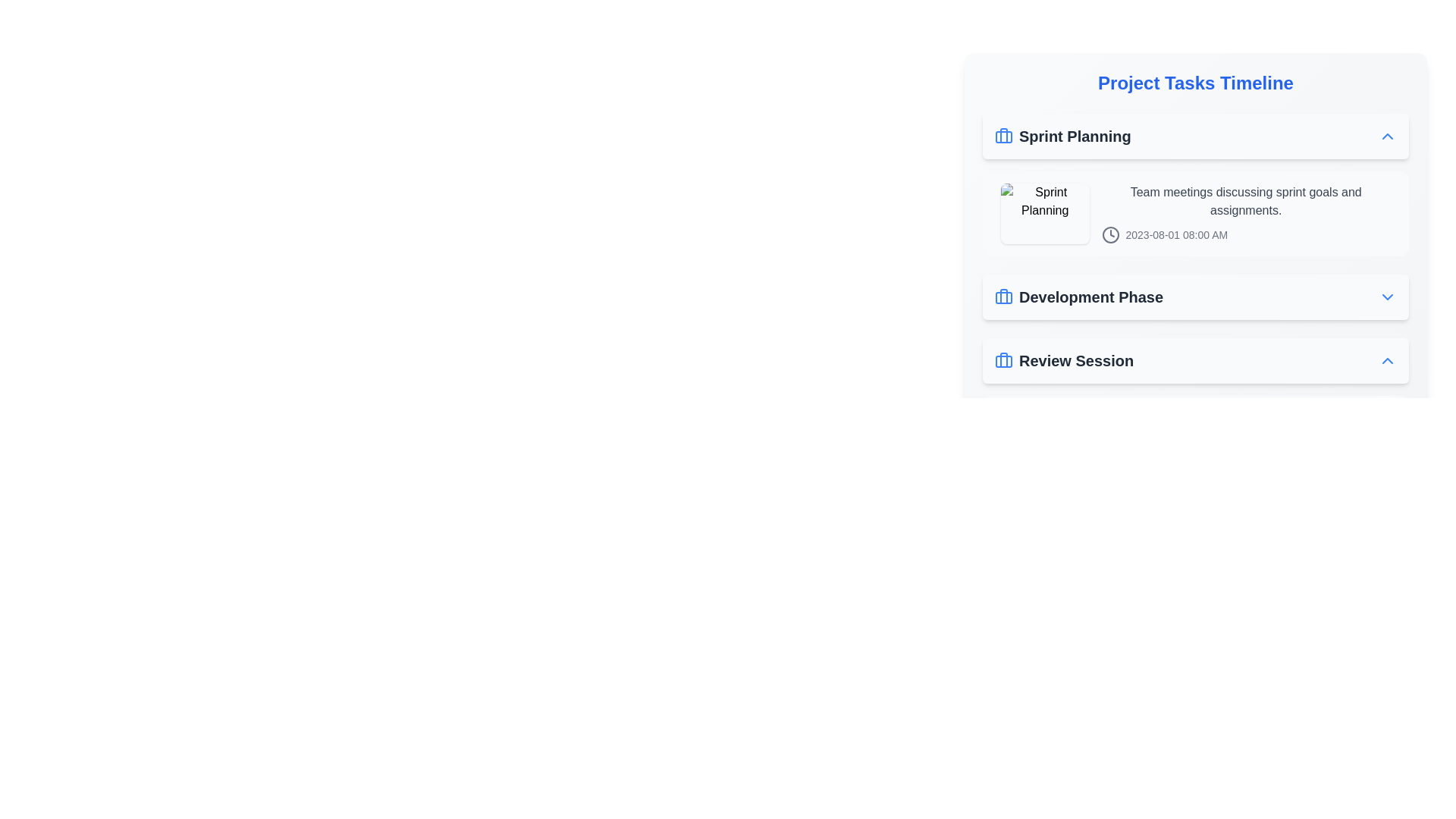 This screenshot has width=1456, height=819. Describe the element at coordinates (1078, 297) in the screenshot. I see `the Text Label displaying 'Development Phase', which is located beneath 'Sprint Planning' and above 'Review Session'` at that location.